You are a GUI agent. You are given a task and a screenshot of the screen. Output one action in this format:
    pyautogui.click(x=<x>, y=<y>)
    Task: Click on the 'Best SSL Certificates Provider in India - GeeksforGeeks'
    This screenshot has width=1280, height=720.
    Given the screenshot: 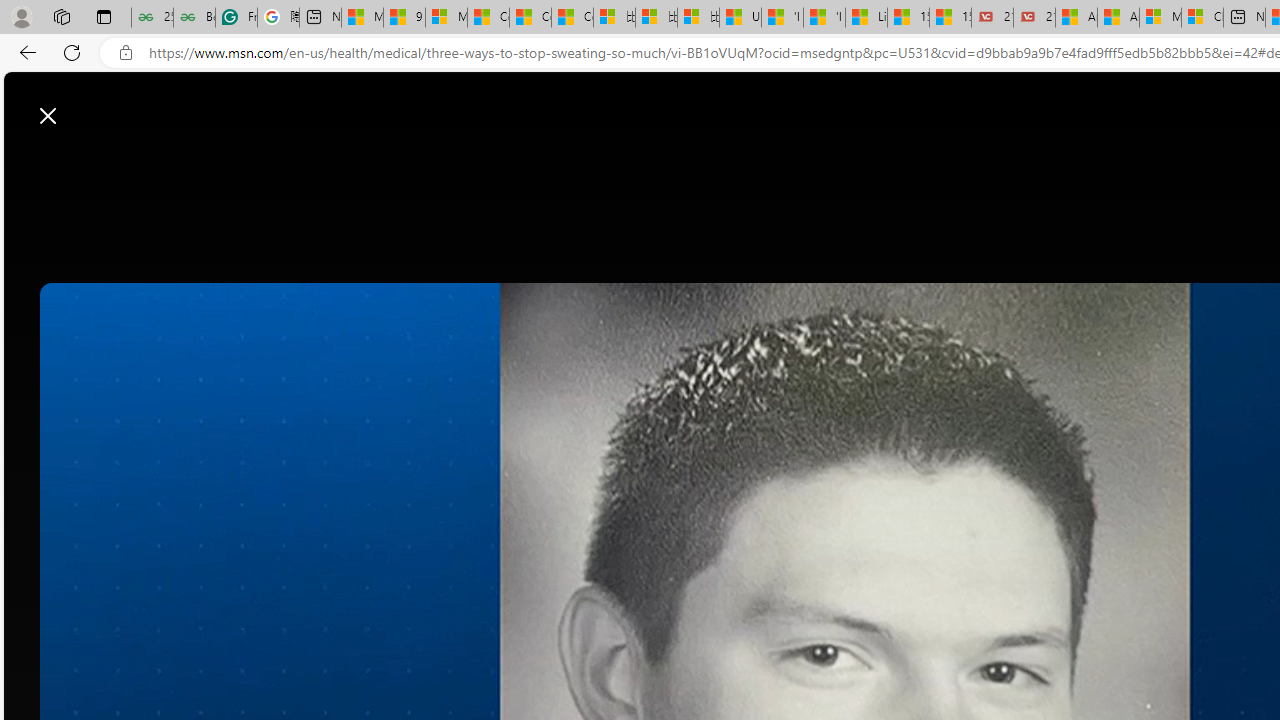 What is the action you would take?
    pyautogui.click(x=194, y=17)
    